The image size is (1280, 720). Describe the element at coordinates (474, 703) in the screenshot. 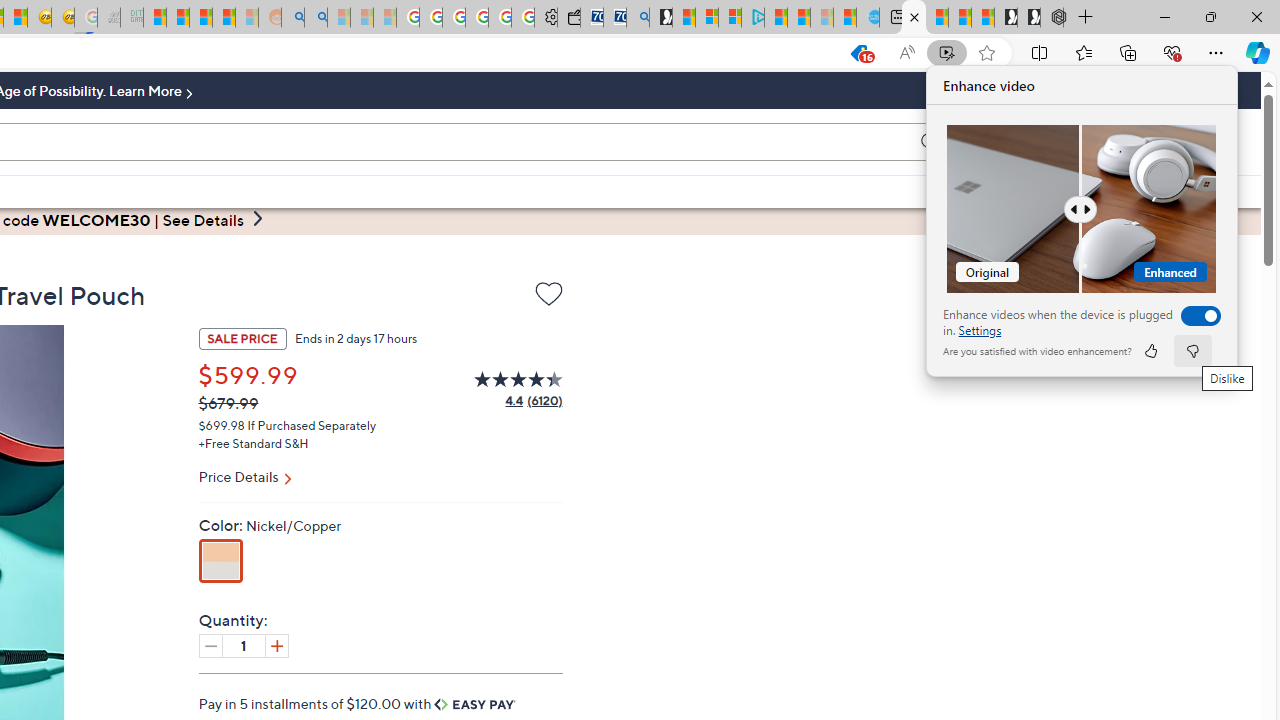

I see `'Easy Pay'` at that location.